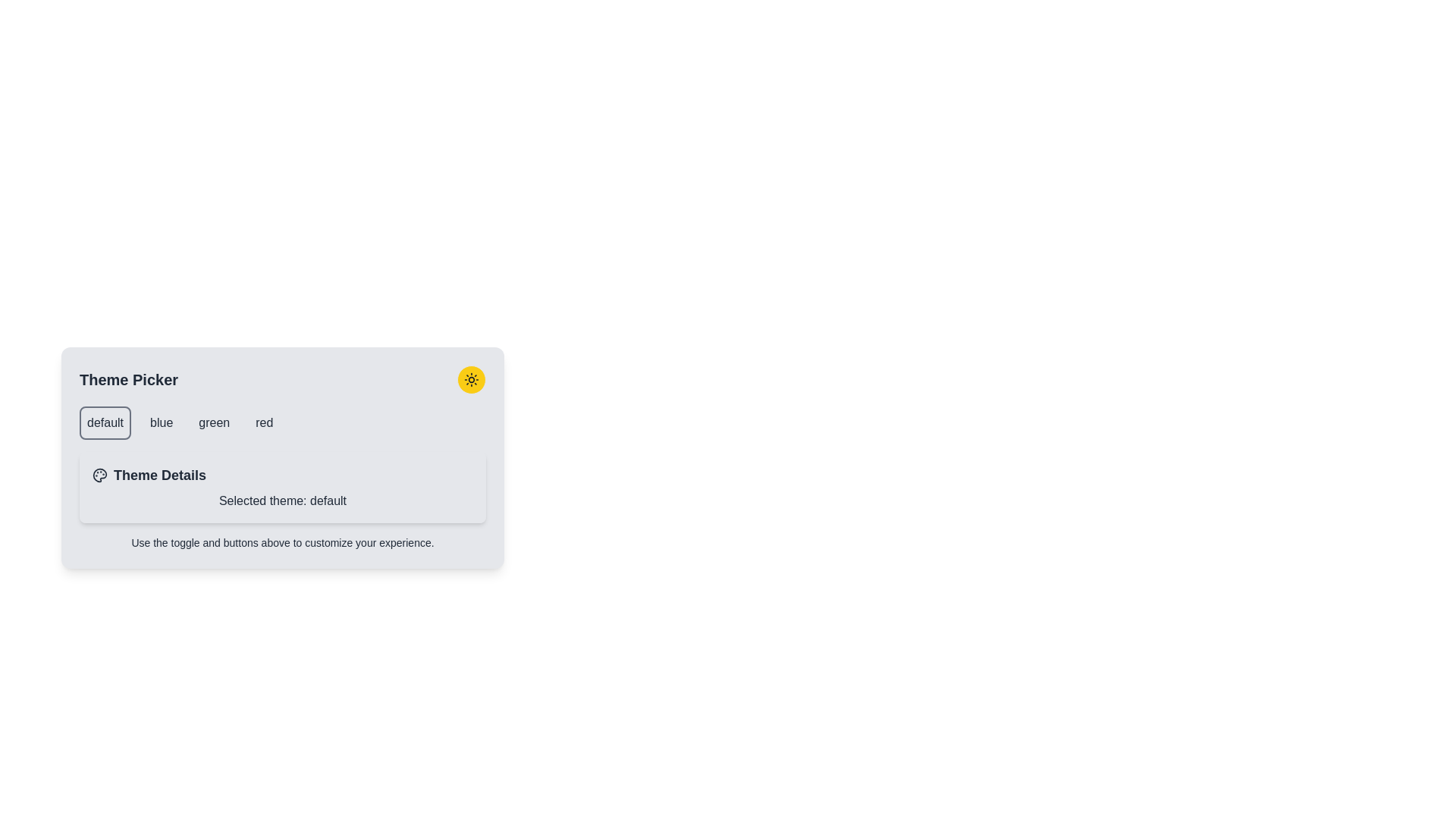 Image resolution: width=1456 pixels, height=819 pixels. I want to click on the artist's palette icon located in the 'Theme Details' section, which is circular with small circles representing paint and a thumbhole area, so click(99, 475).